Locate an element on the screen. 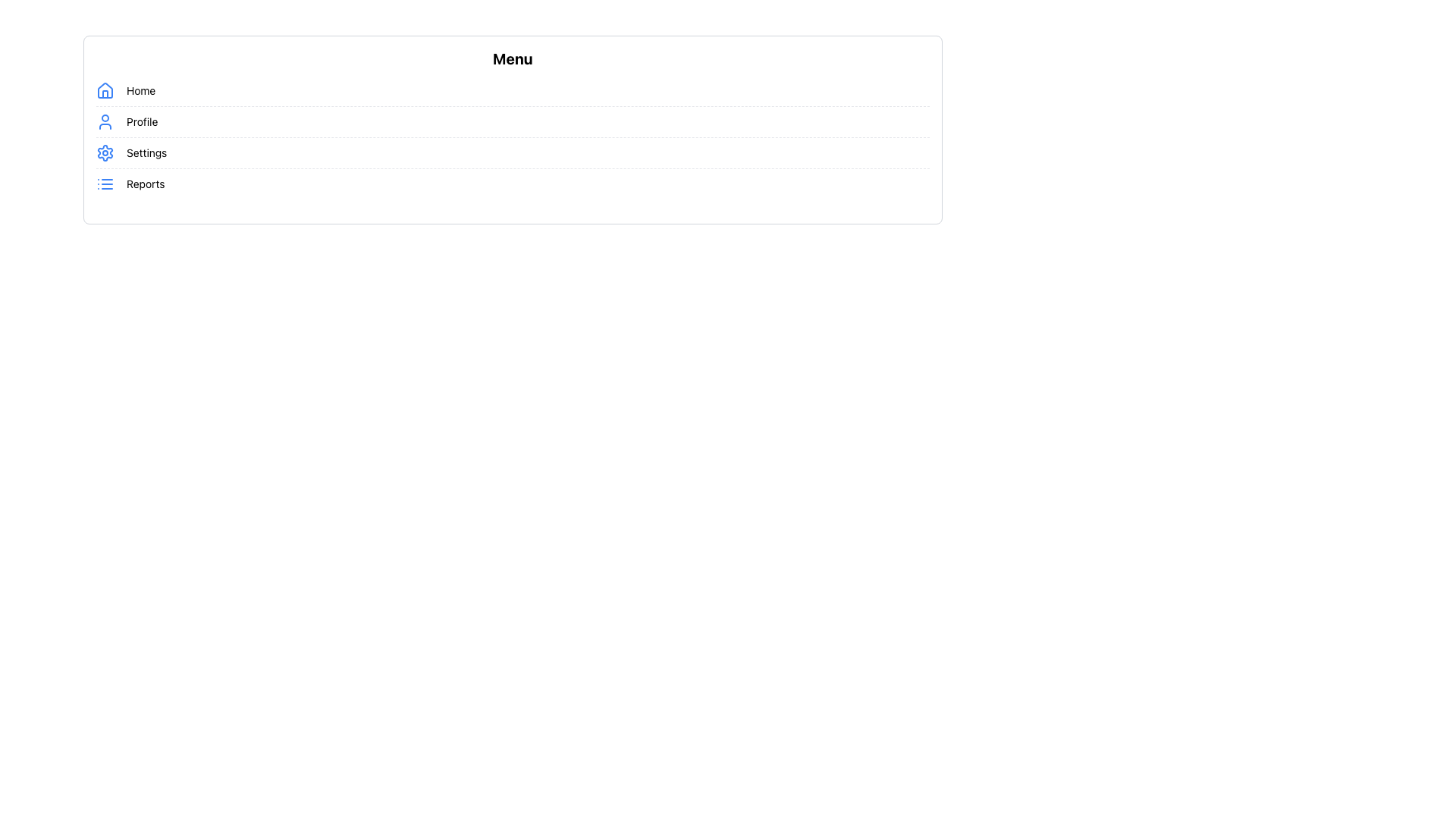  the house icon, which is a blue, line-based design located at the leftmost side of the 'Home' menu item is located at coordinates (105, 90).